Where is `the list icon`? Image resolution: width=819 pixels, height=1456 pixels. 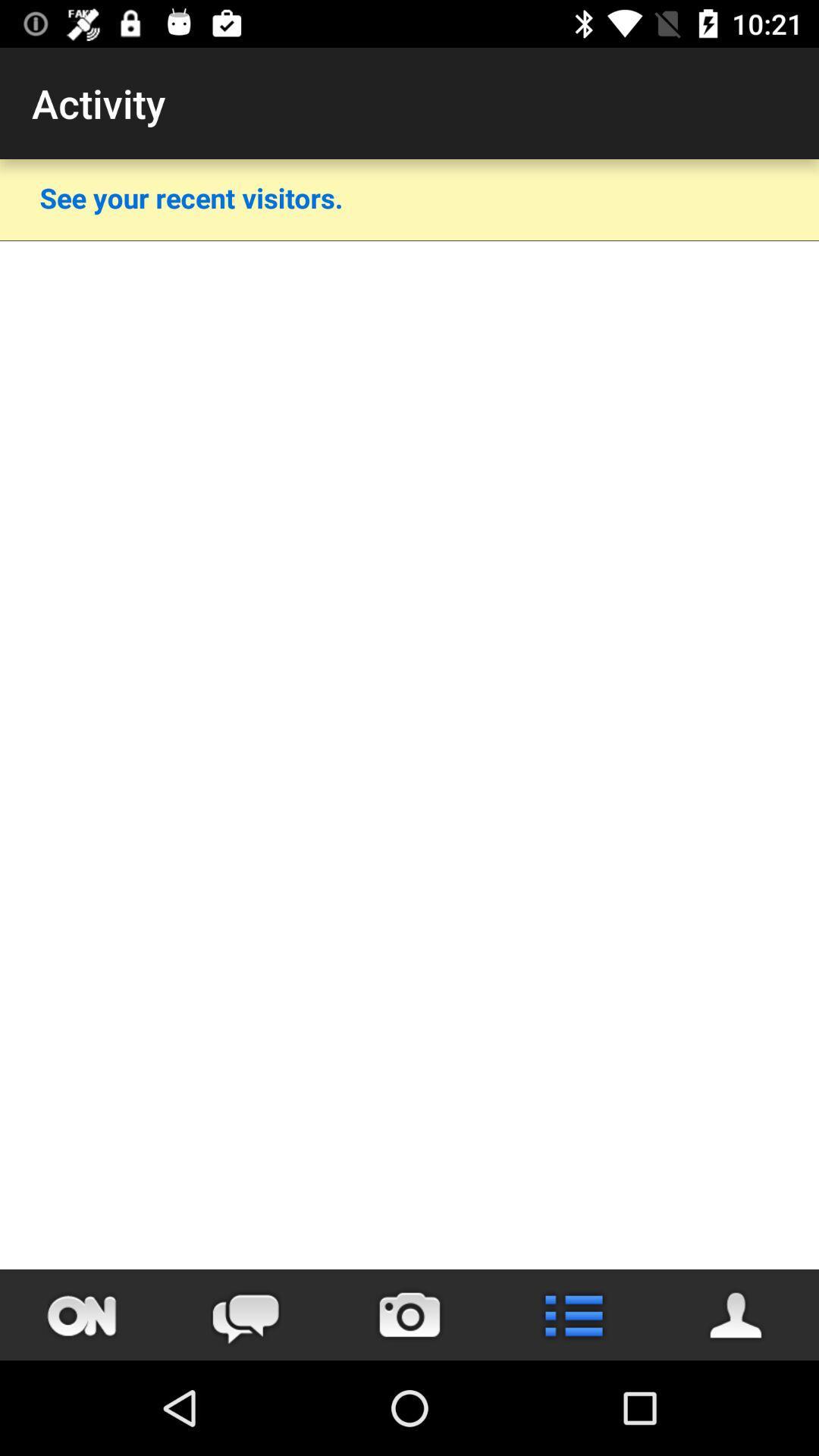 the list icon is located at coordinates (573, 1314).